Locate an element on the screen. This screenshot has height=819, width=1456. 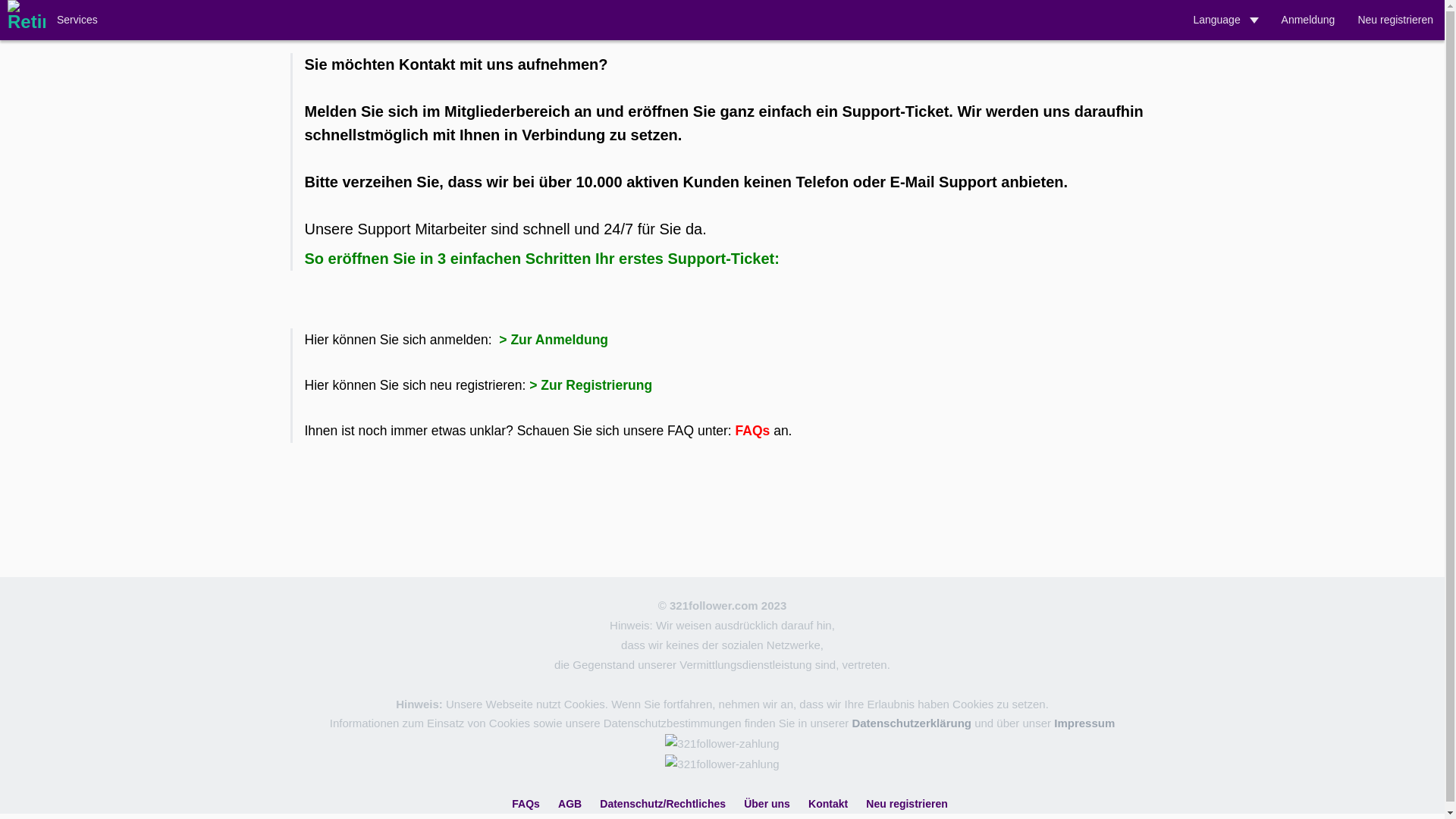
'Services' is located at coordinates (45, 20).